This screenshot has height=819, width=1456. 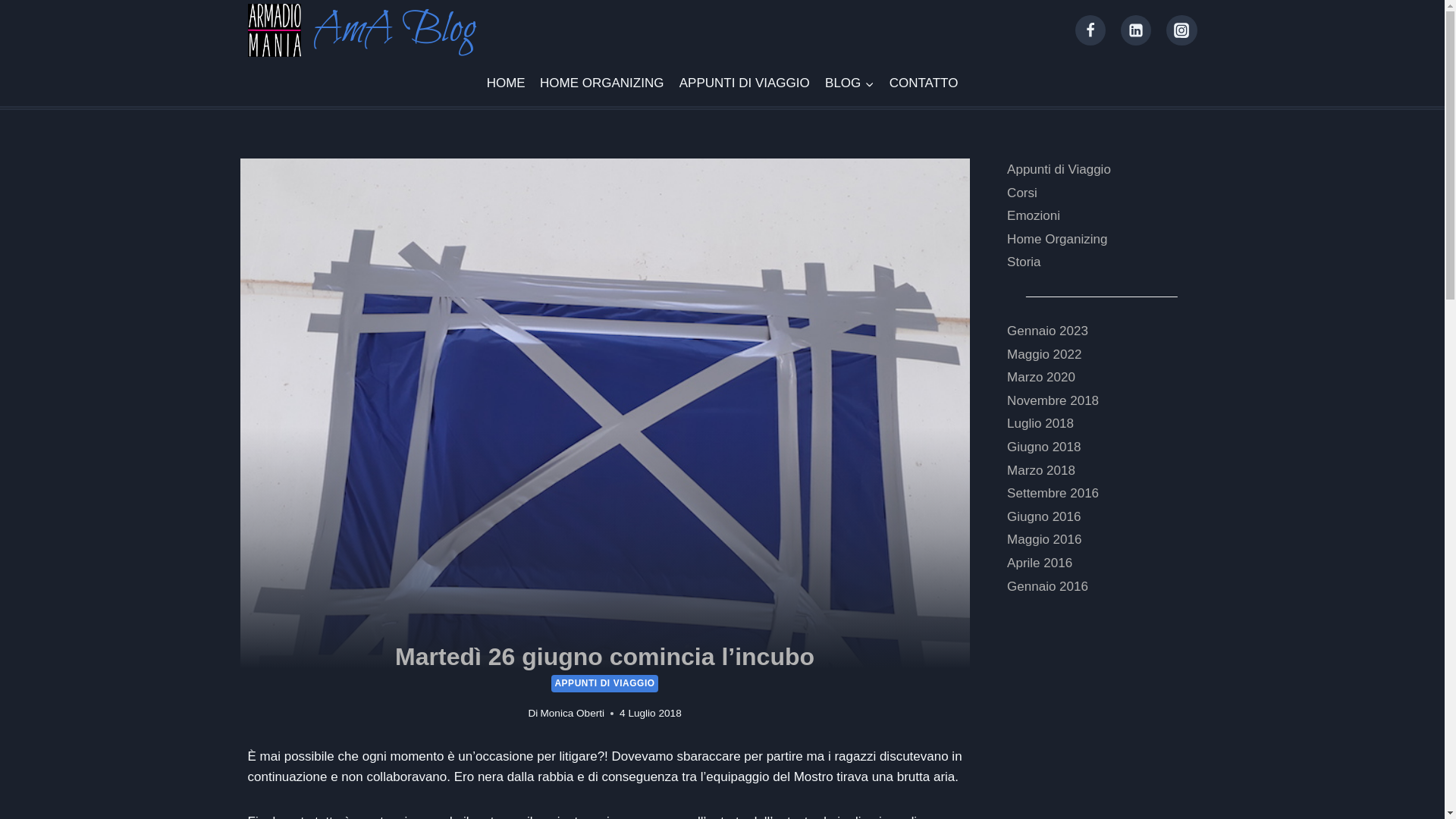 What do you see at coordinates (1043, 446) in the screenshot?
I see `'Giugno 2018'` at bounding box center [1043, 446].